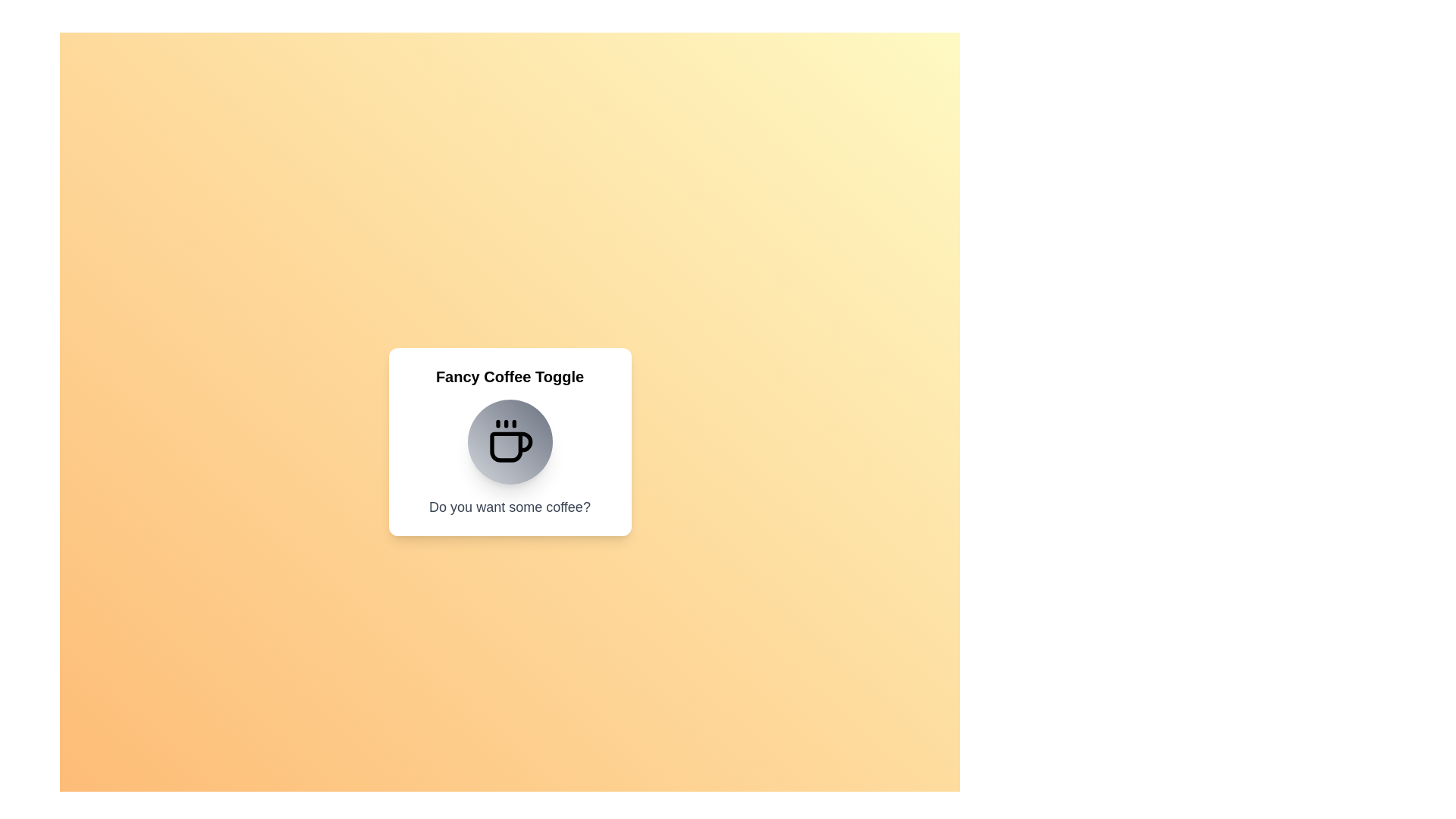 This screenshot has width=1456, height=819. I want to click on the coffee toggle button to change its state, so click(510, 441).